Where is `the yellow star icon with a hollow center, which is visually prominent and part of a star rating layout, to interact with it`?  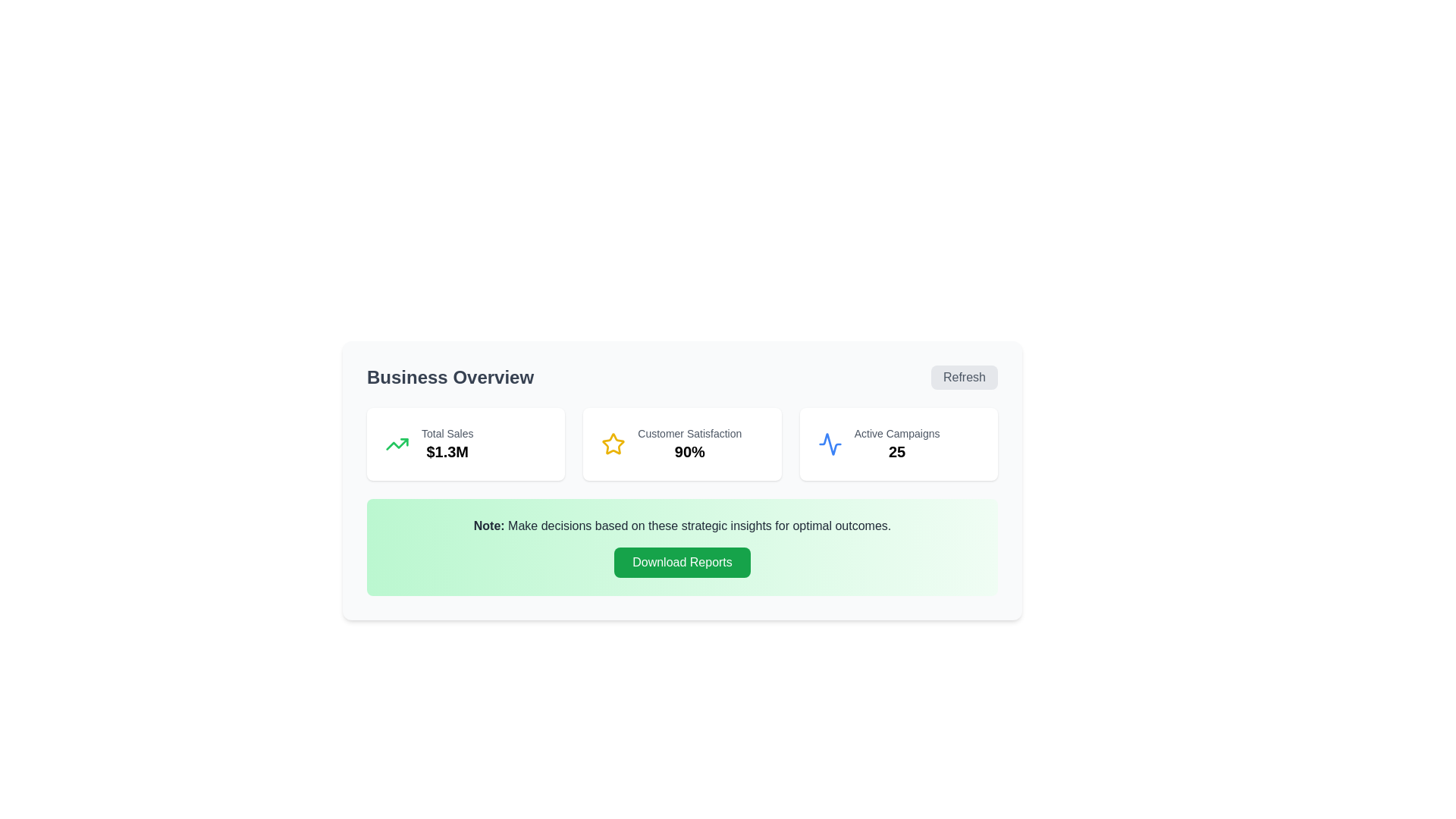 the yellow star icon with a hollow center, which is visually prominent and part of a star rating layout, to interact with it is located at coordinates (613, 444).